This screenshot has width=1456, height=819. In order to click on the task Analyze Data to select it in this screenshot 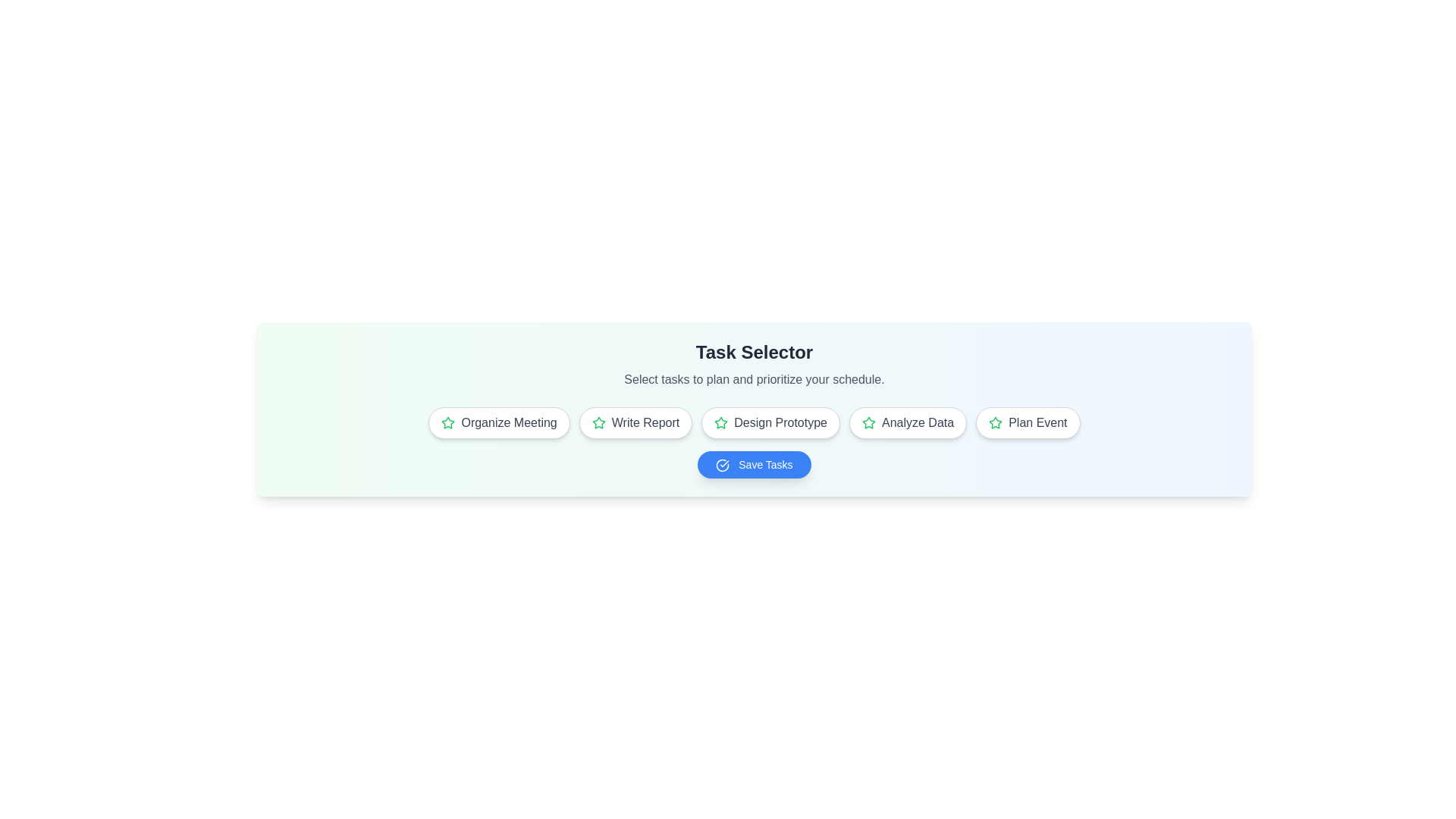, I will do `click(908, 423)`.